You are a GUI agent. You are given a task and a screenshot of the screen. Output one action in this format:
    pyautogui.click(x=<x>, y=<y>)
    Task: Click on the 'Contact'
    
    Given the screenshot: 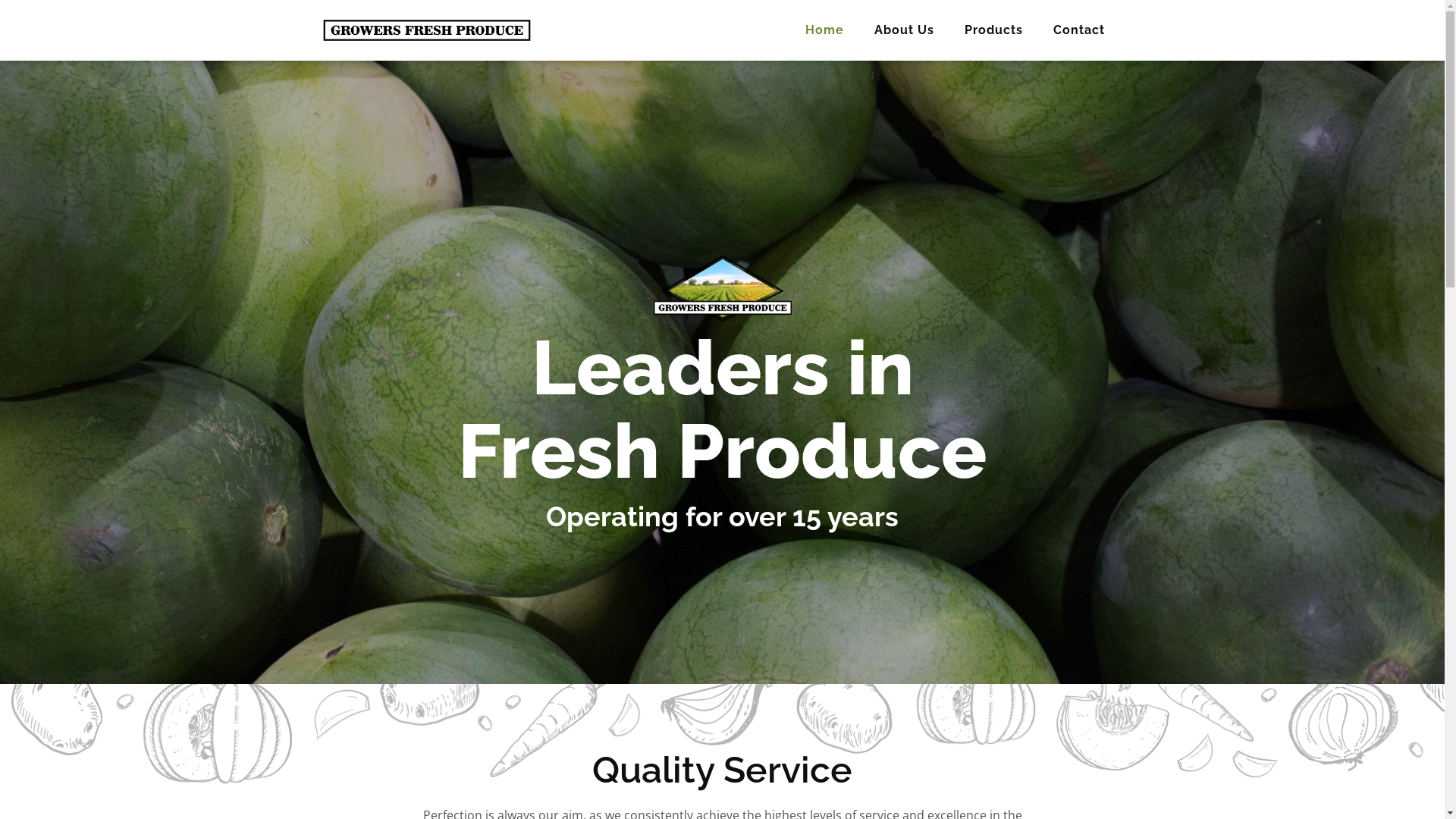 What is the action you would take?
    pyautogui.click(x=1077, y=30)
    